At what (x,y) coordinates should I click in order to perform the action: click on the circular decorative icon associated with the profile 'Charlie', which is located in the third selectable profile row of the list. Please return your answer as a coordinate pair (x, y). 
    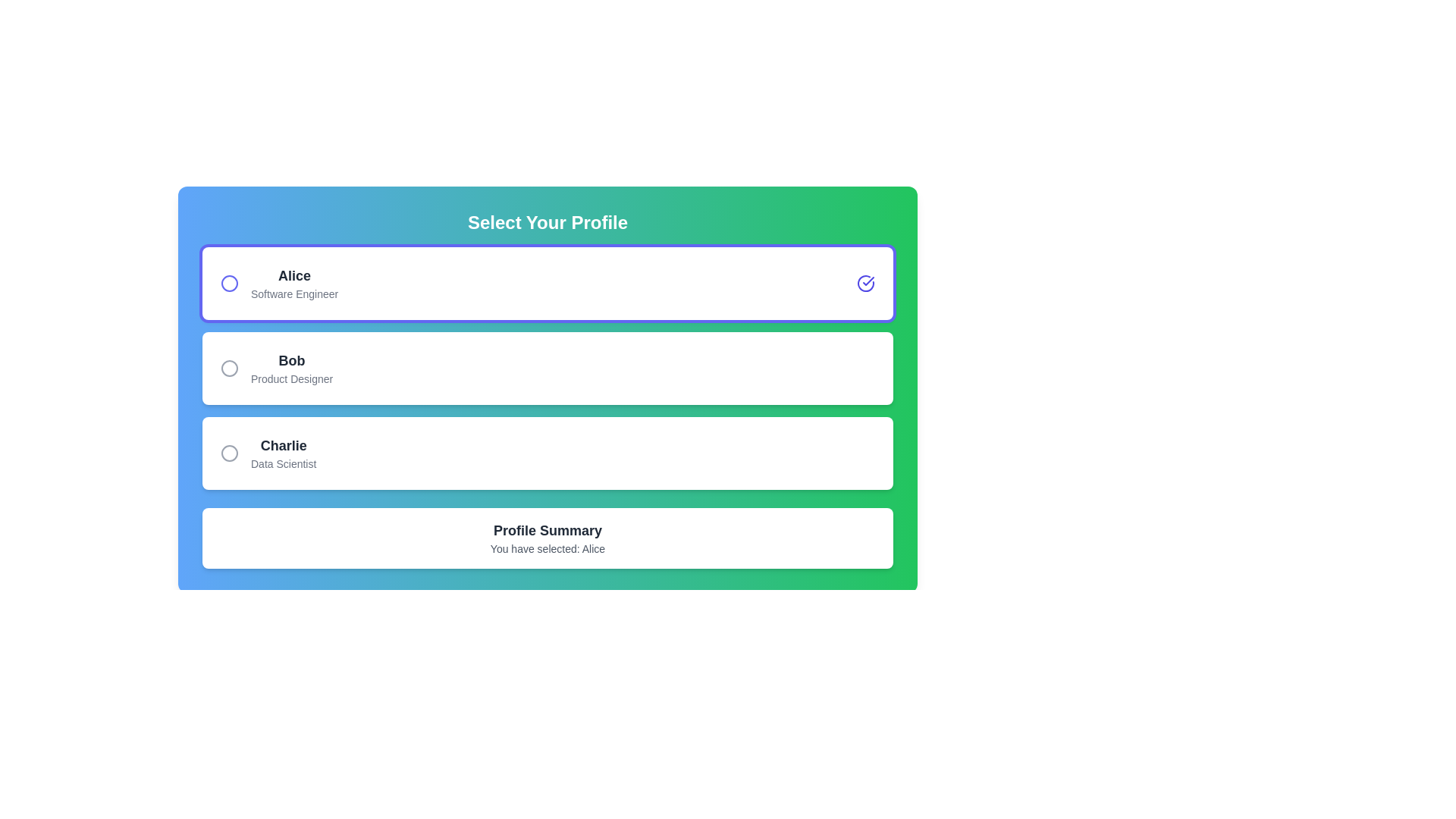
    Looking at the image, I should click on (228, 452).